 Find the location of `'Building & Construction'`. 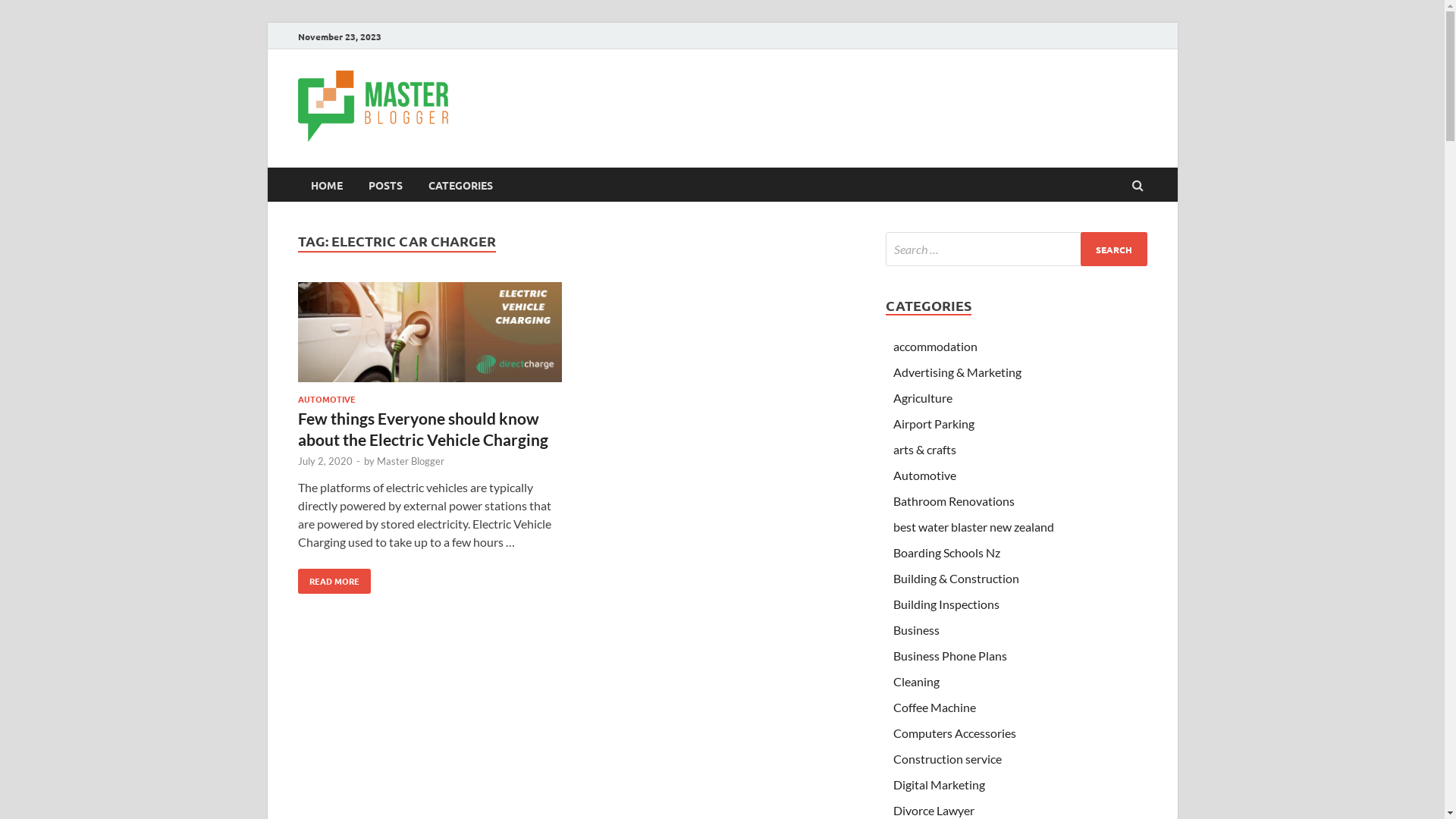

'Building & Construction' is located at coordinates (955, 578).